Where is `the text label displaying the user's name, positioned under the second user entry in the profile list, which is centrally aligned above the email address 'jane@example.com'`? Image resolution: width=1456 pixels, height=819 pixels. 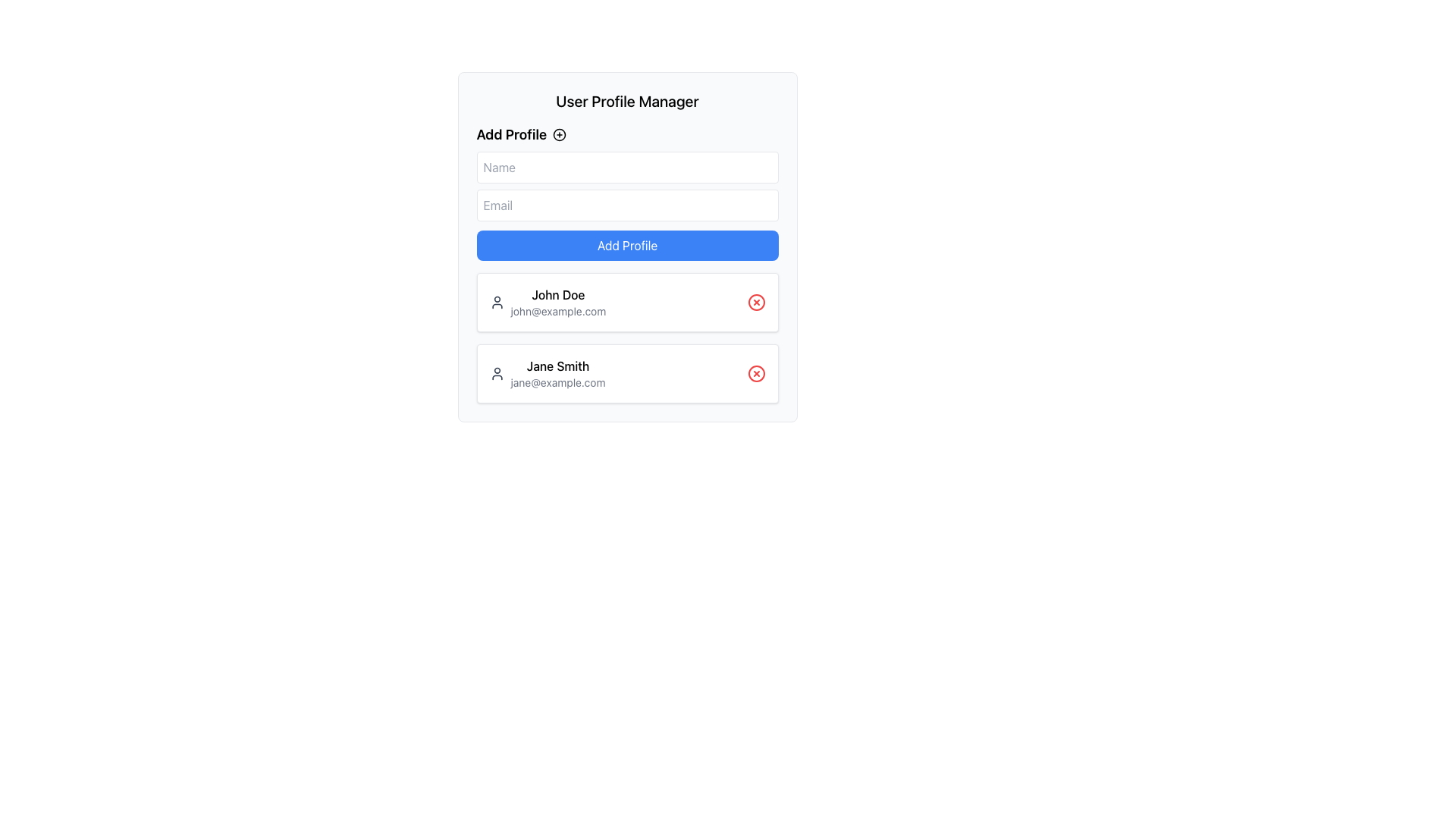
the text label displaying the user's name, positioned under the second user entry in the profile list, which is centrally aligned above the email address 'jane@example.com' is located at coordinates (557, 366).